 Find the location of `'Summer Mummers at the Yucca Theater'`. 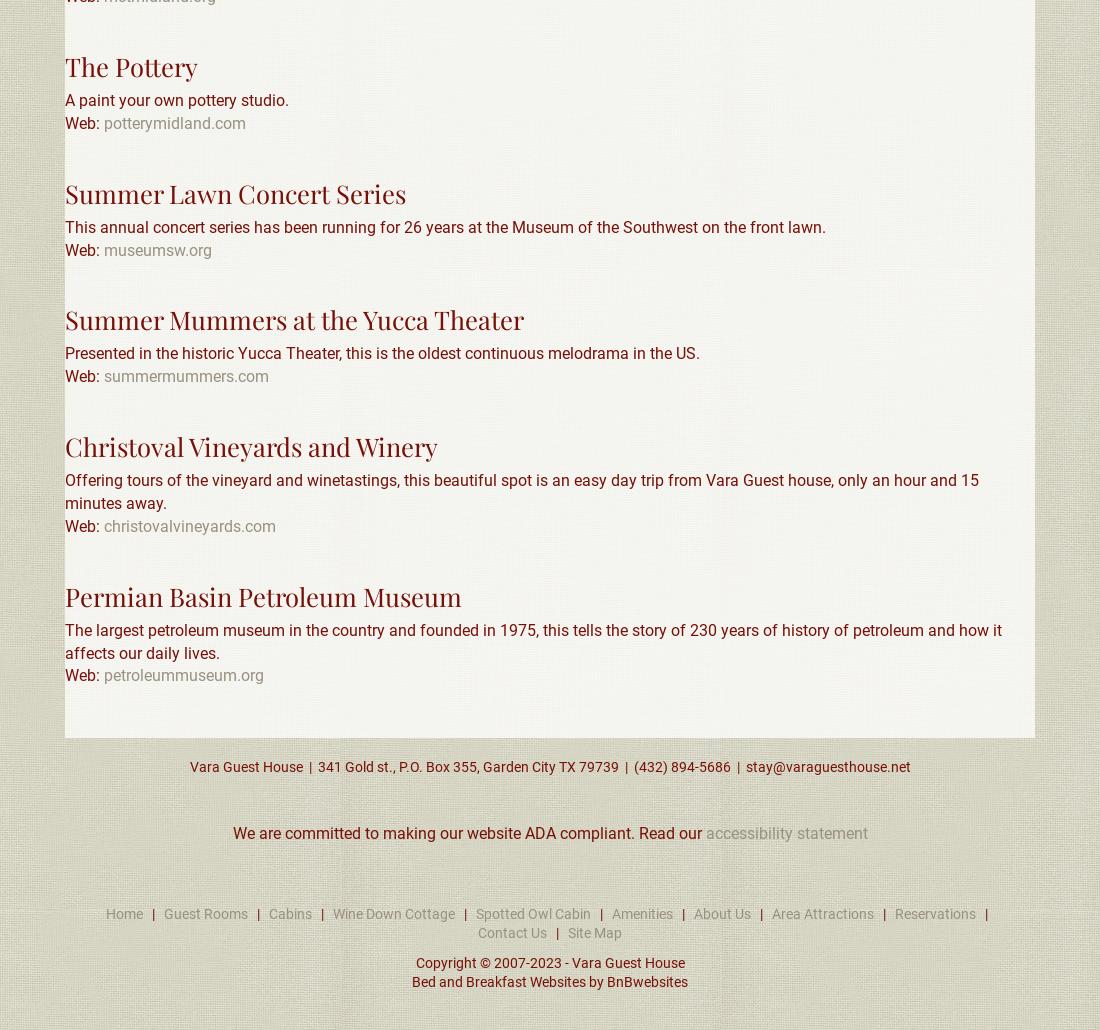

'Summer Mummers at the Yucca Theater' is located at coordinates (293, 317).